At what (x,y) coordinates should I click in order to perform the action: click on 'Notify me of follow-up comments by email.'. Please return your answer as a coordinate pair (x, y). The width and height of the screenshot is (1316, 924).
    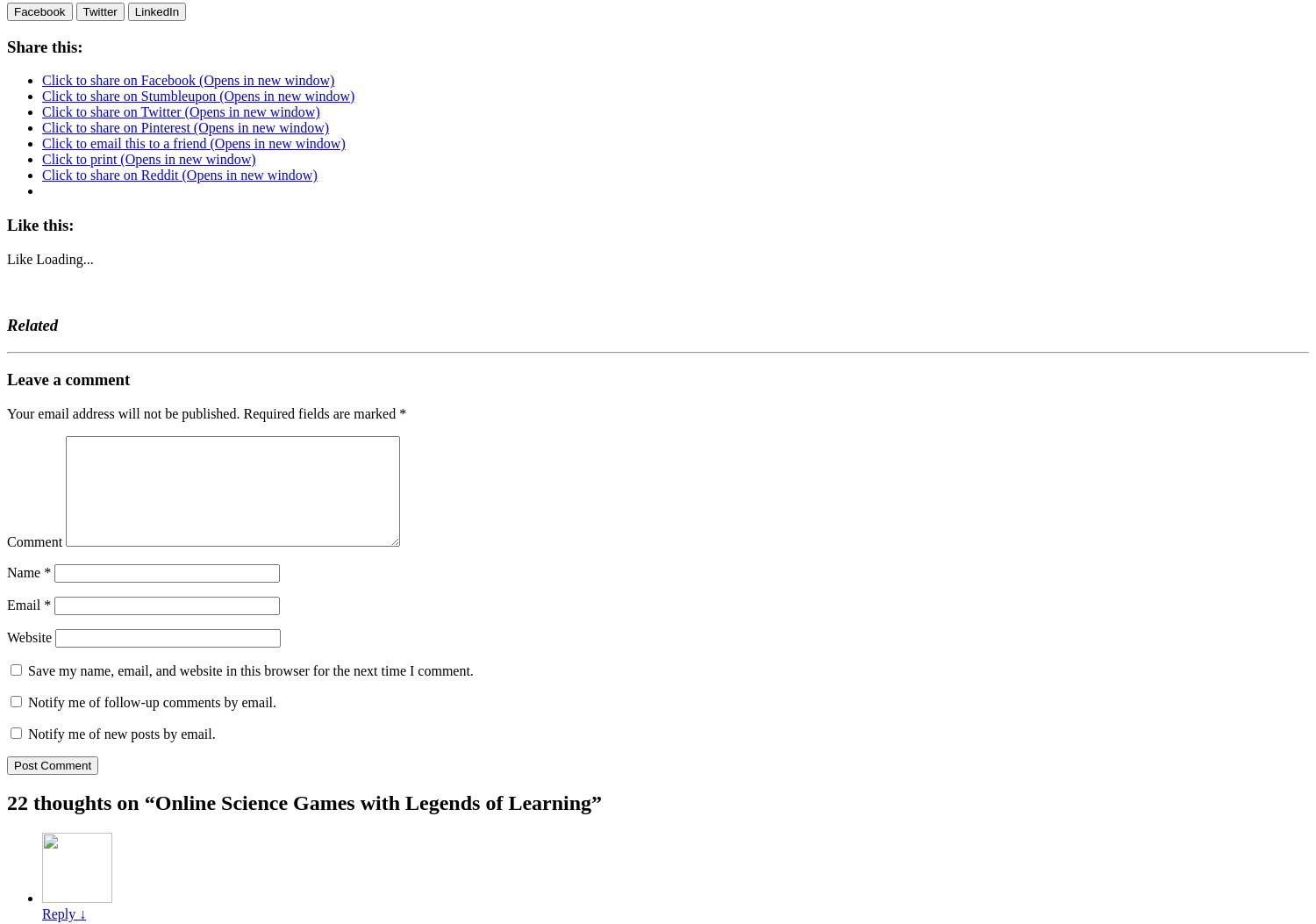
    Looking at the image, I should click on (152, 701).